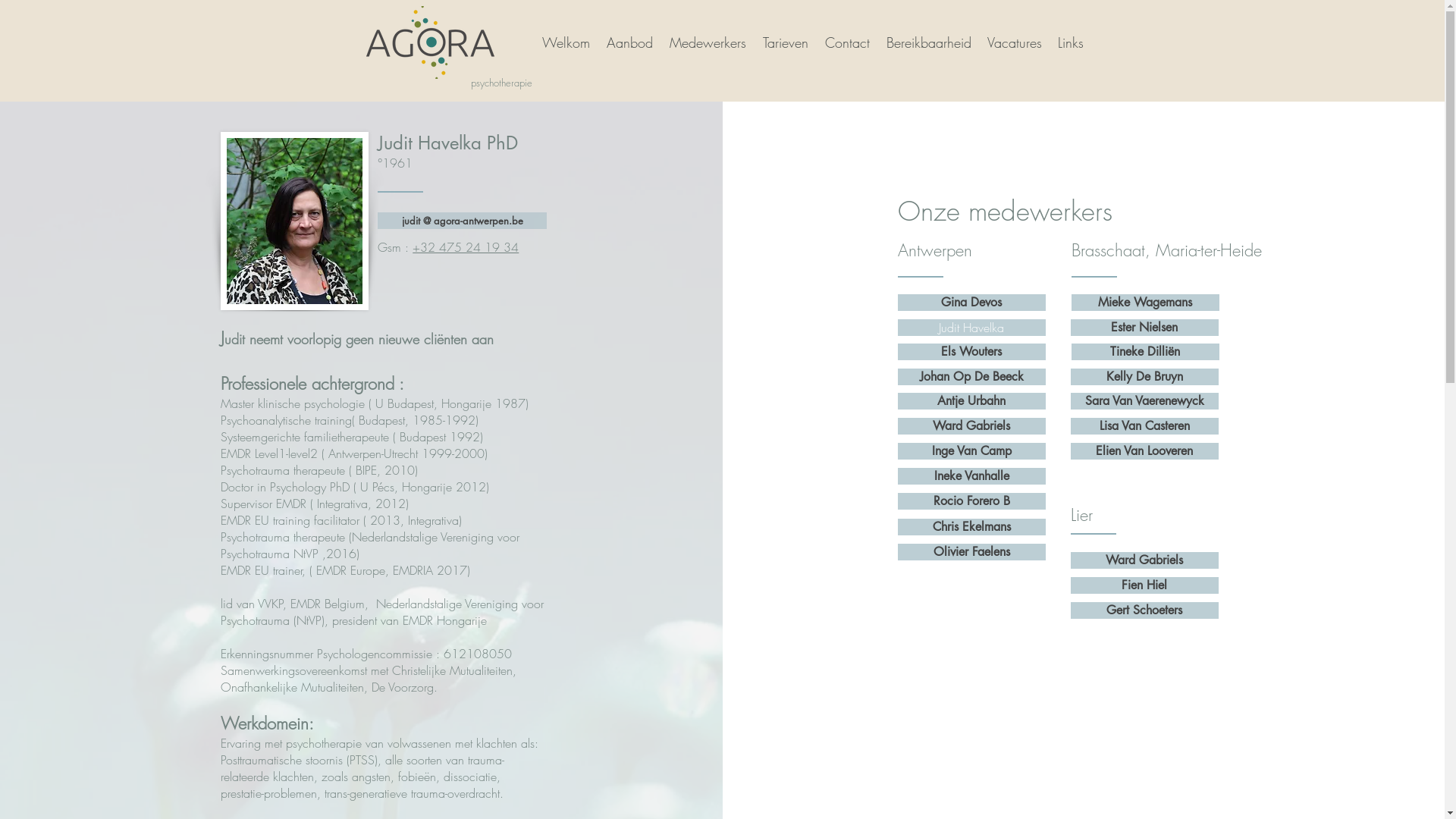 The height and width of the screenshot is (819, 1456). Describe the element at coordinates (971, 327) in the screenshot. I see `'Judit Havelka'` at that location.